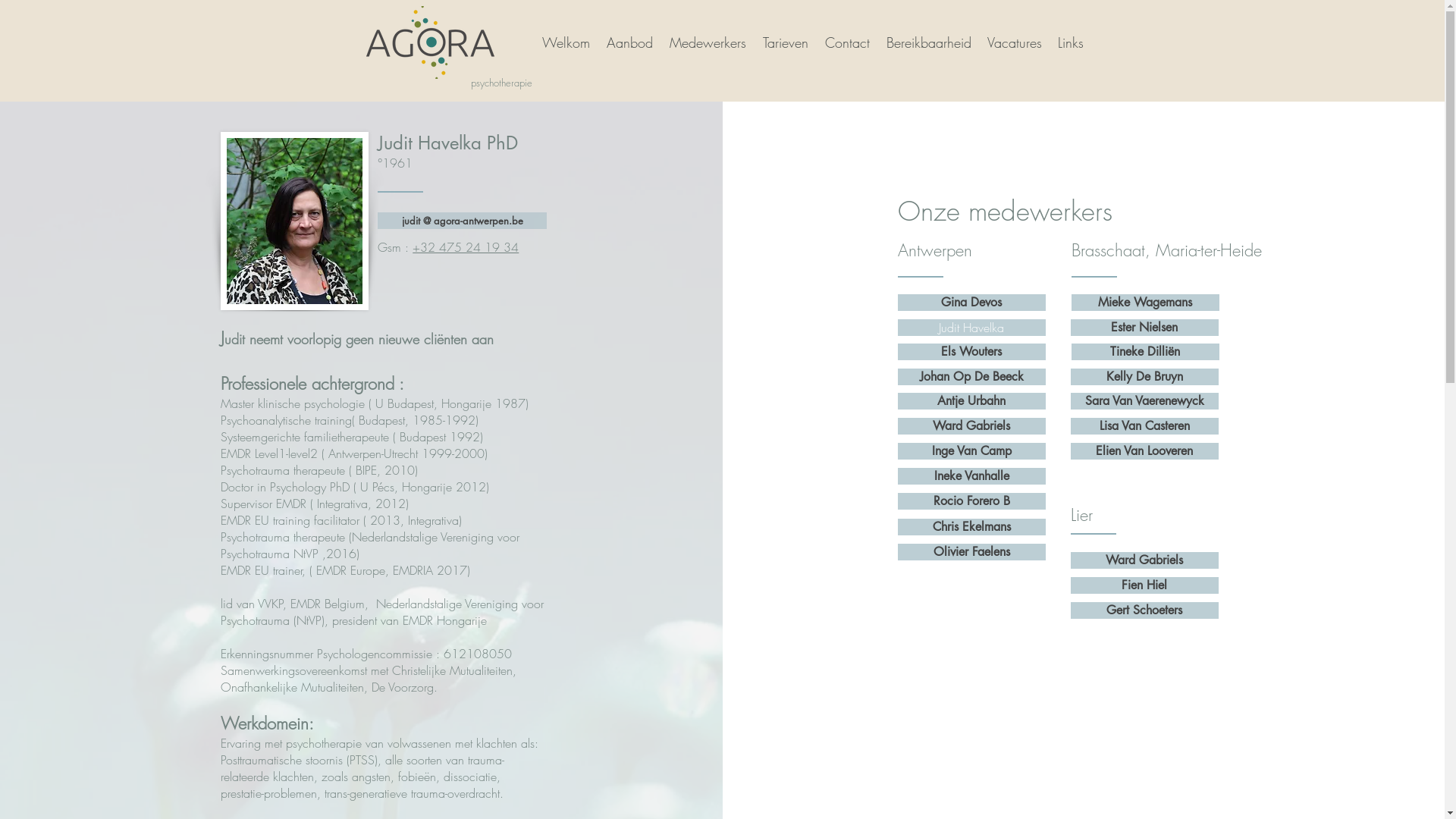 The height and width of the screenshot is (819, 1456). Describe the element at coordinates (971, 327) in the screenshot. I see `'Judit Havelka'` at that location.